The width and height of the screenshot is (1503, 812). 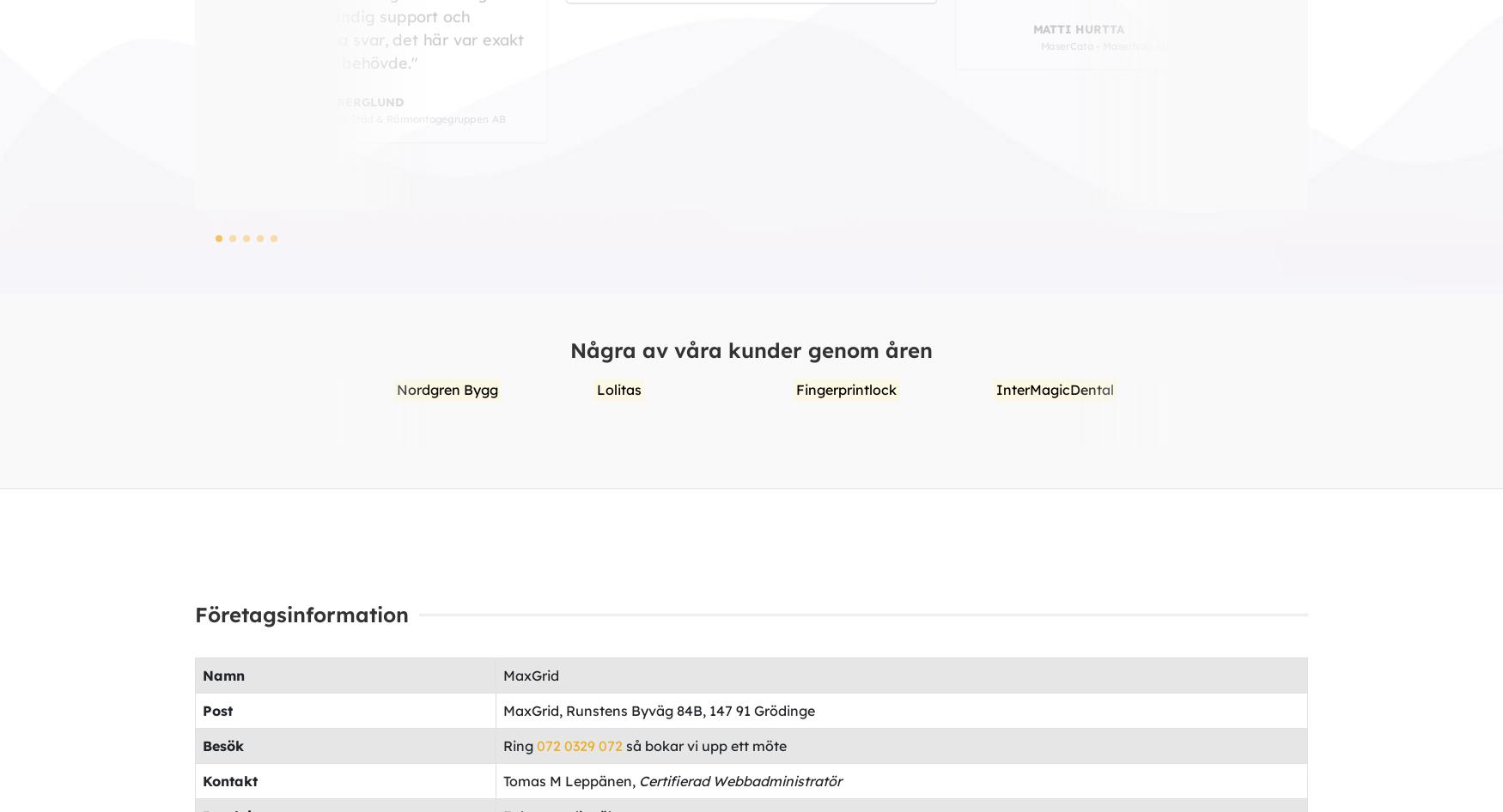 I want to click on 'Lolitas', so click(x=265, y=388).